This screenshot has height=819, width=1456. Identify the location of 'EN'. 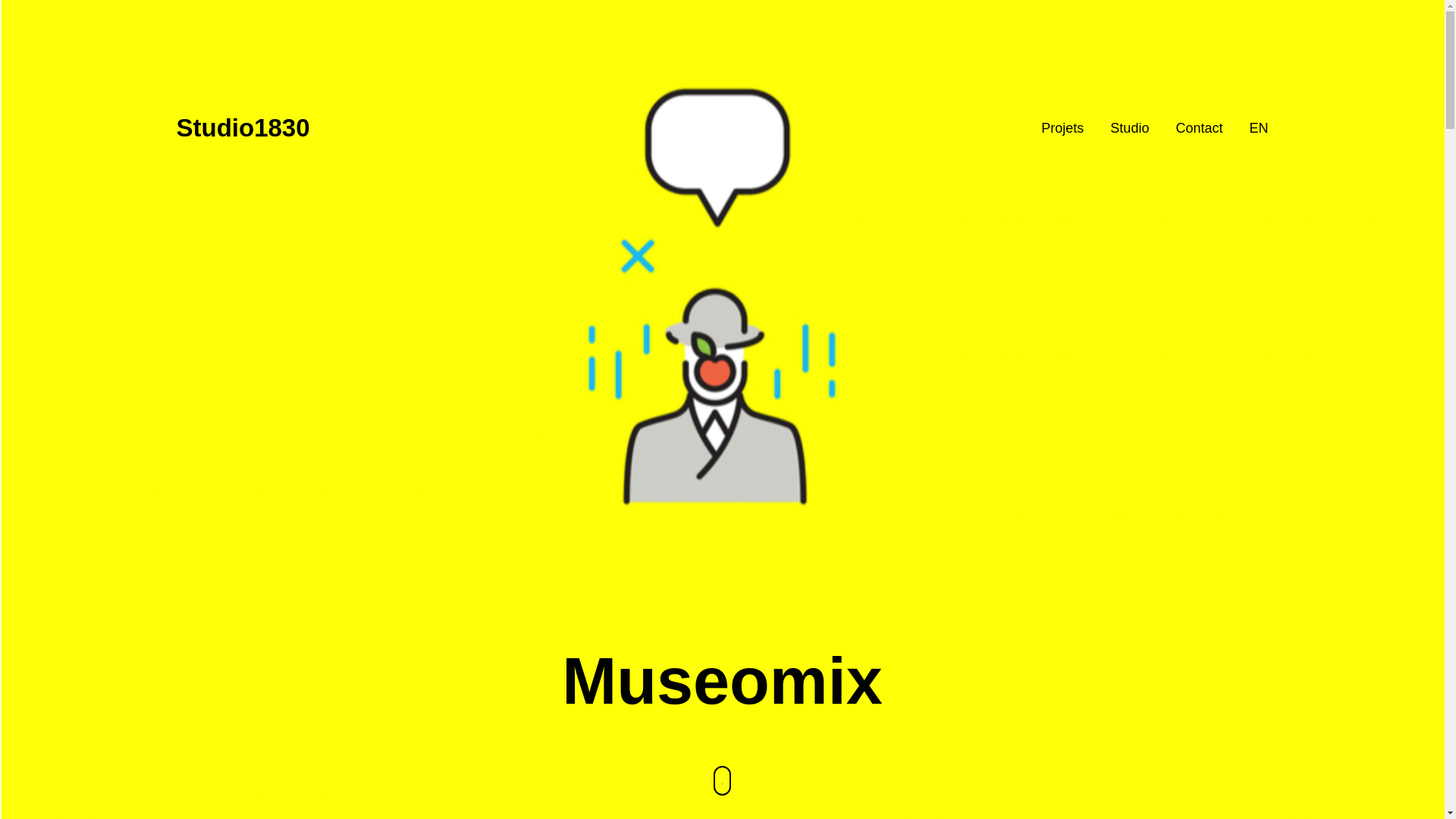
(1258, 127).